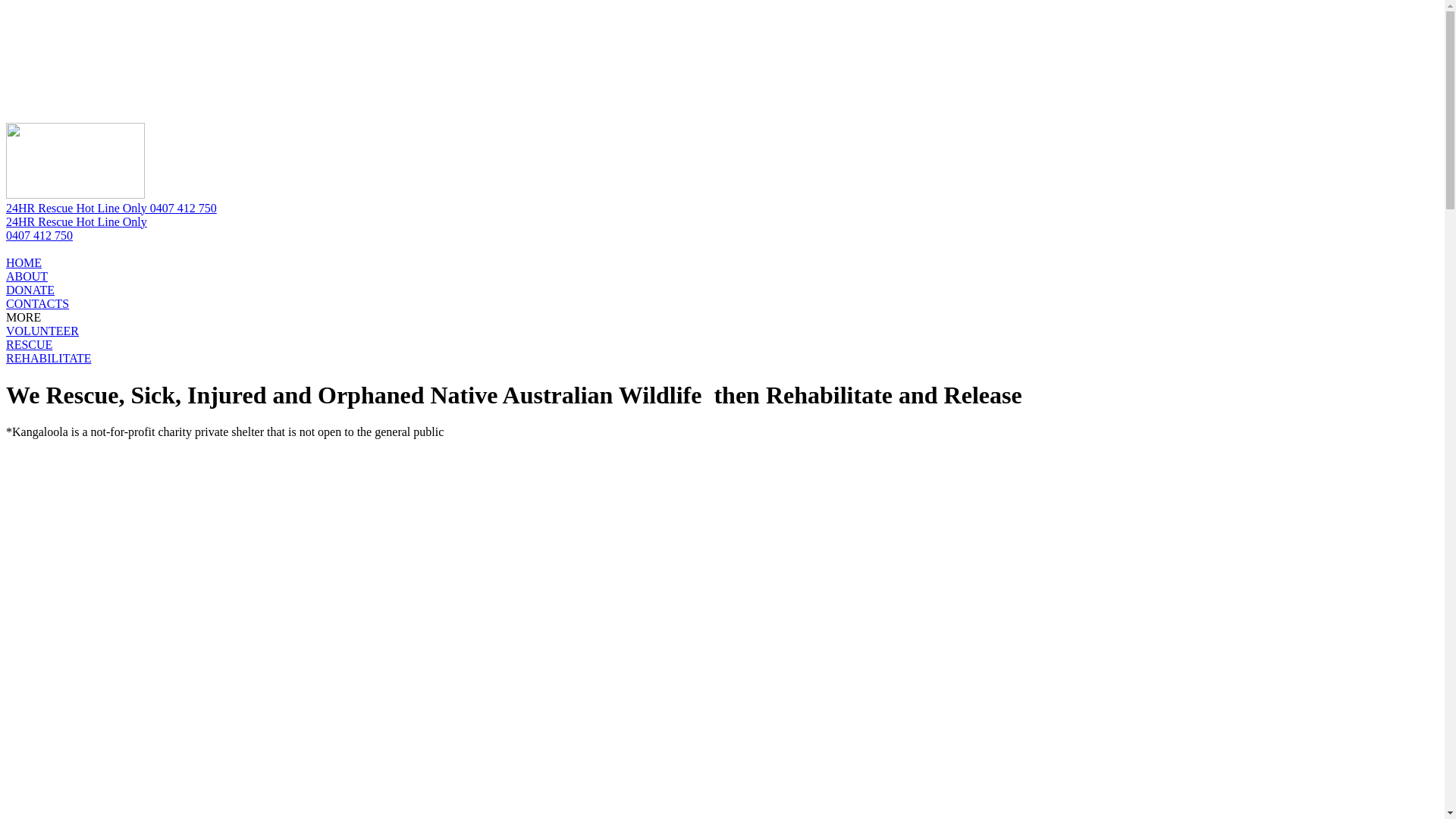 This screenshot has width=1456, height=819. Describe the element at coordinates (37, 303) in the screenshot. I see `'CONTACTS'` at that location.